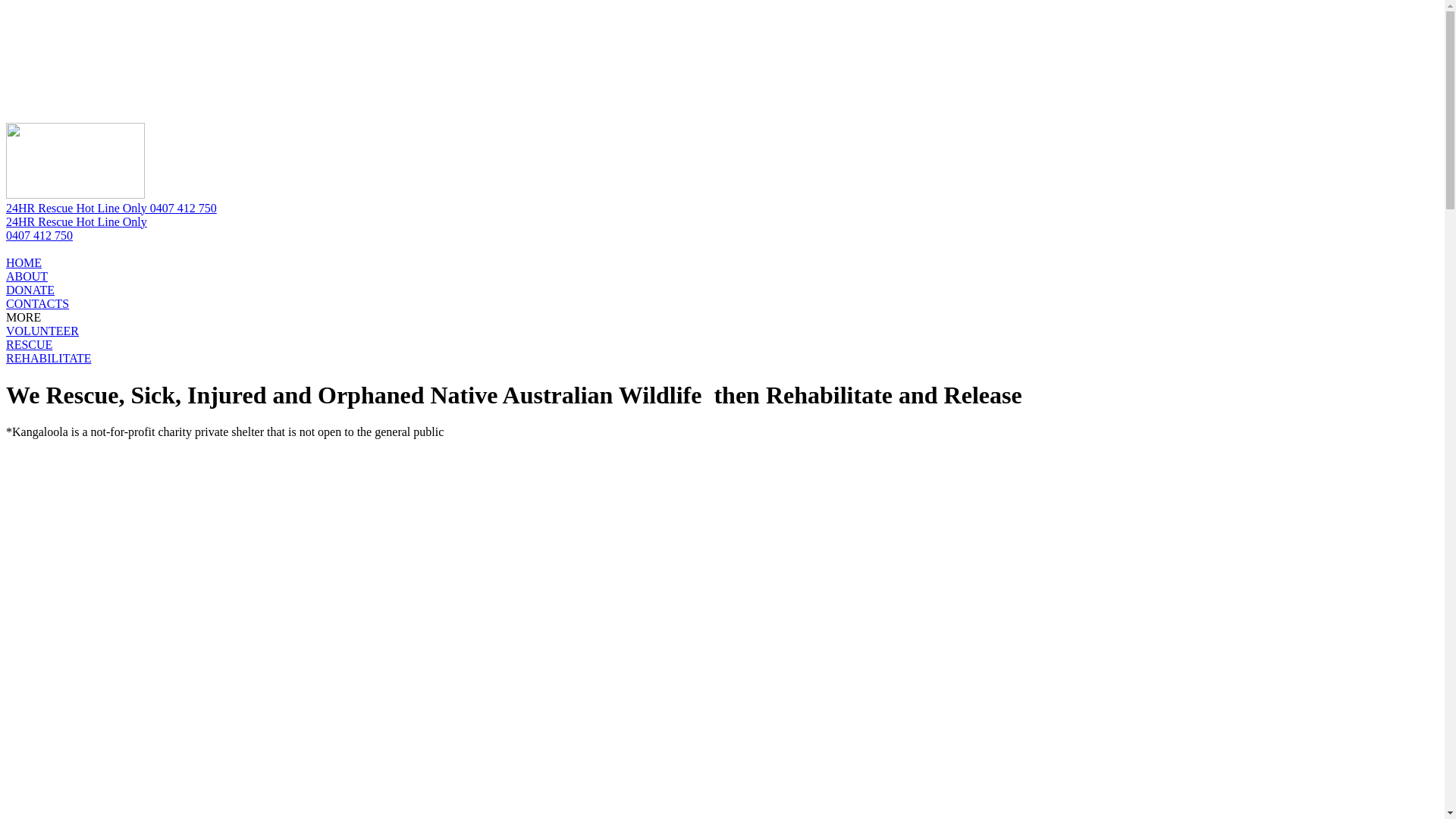 This screenshot has width=1456, height=819. Describe the element at coordinates (37, 303) in the screenshot. I see `'CONTACTS'` at that location.